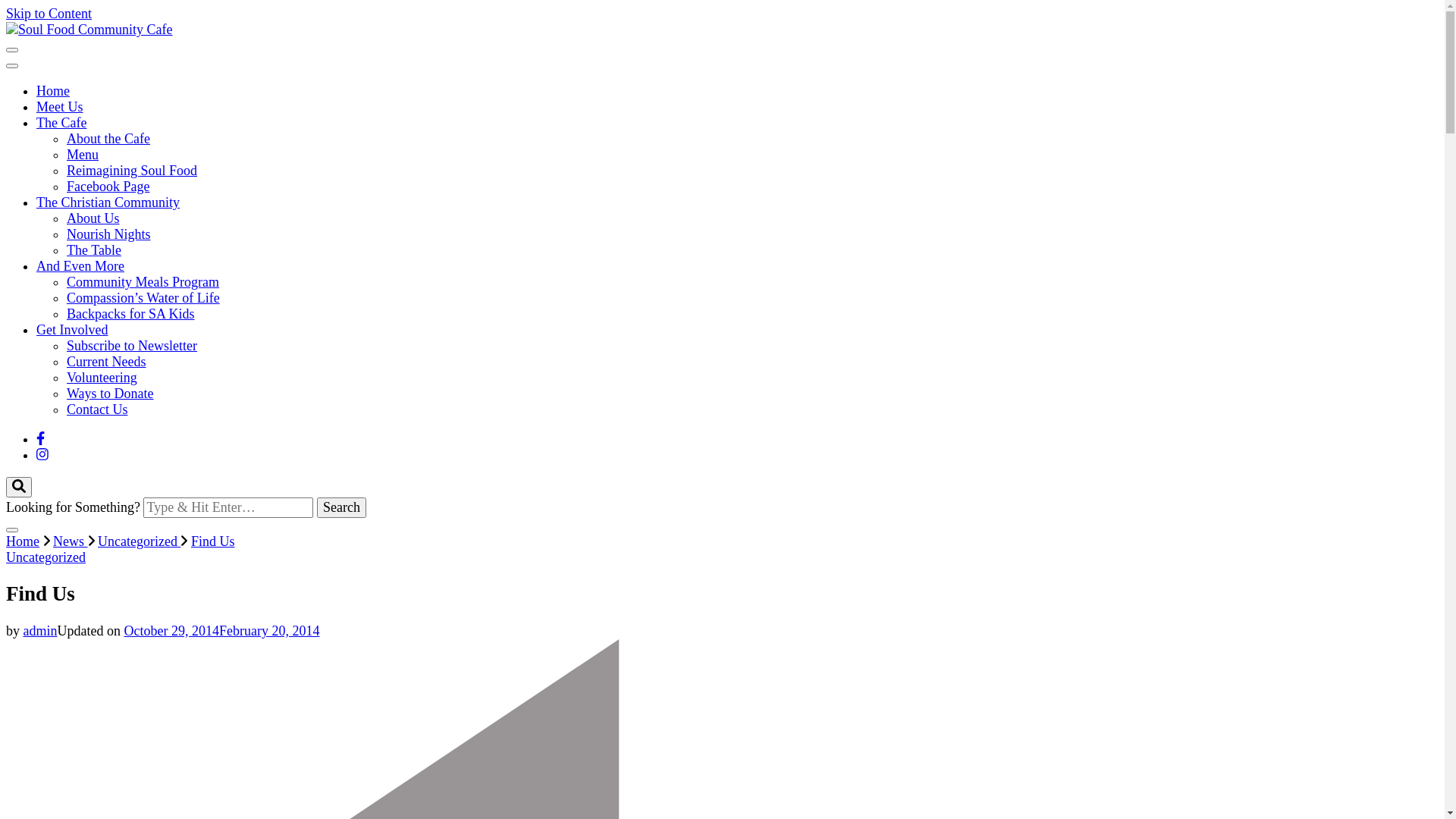 Image resolution: width=1456 pixels, height=819 pixels. Describe the element at coordinates (97, 540) in the screenshot. I see `'Uncategorized'` at that location.